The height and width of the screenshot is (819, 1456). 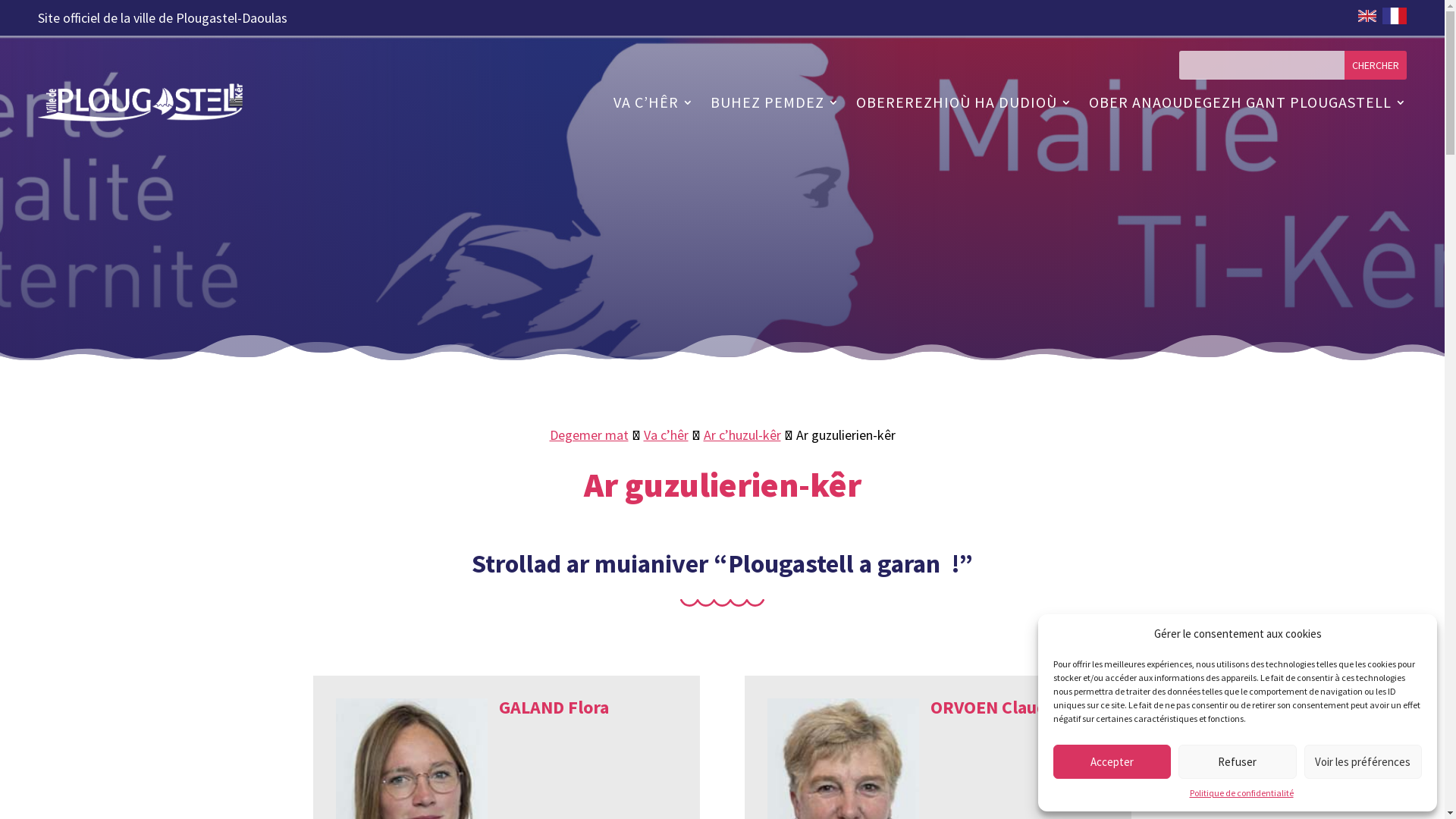 I want to click on 'Accepter', so click(x=1112, y=761).